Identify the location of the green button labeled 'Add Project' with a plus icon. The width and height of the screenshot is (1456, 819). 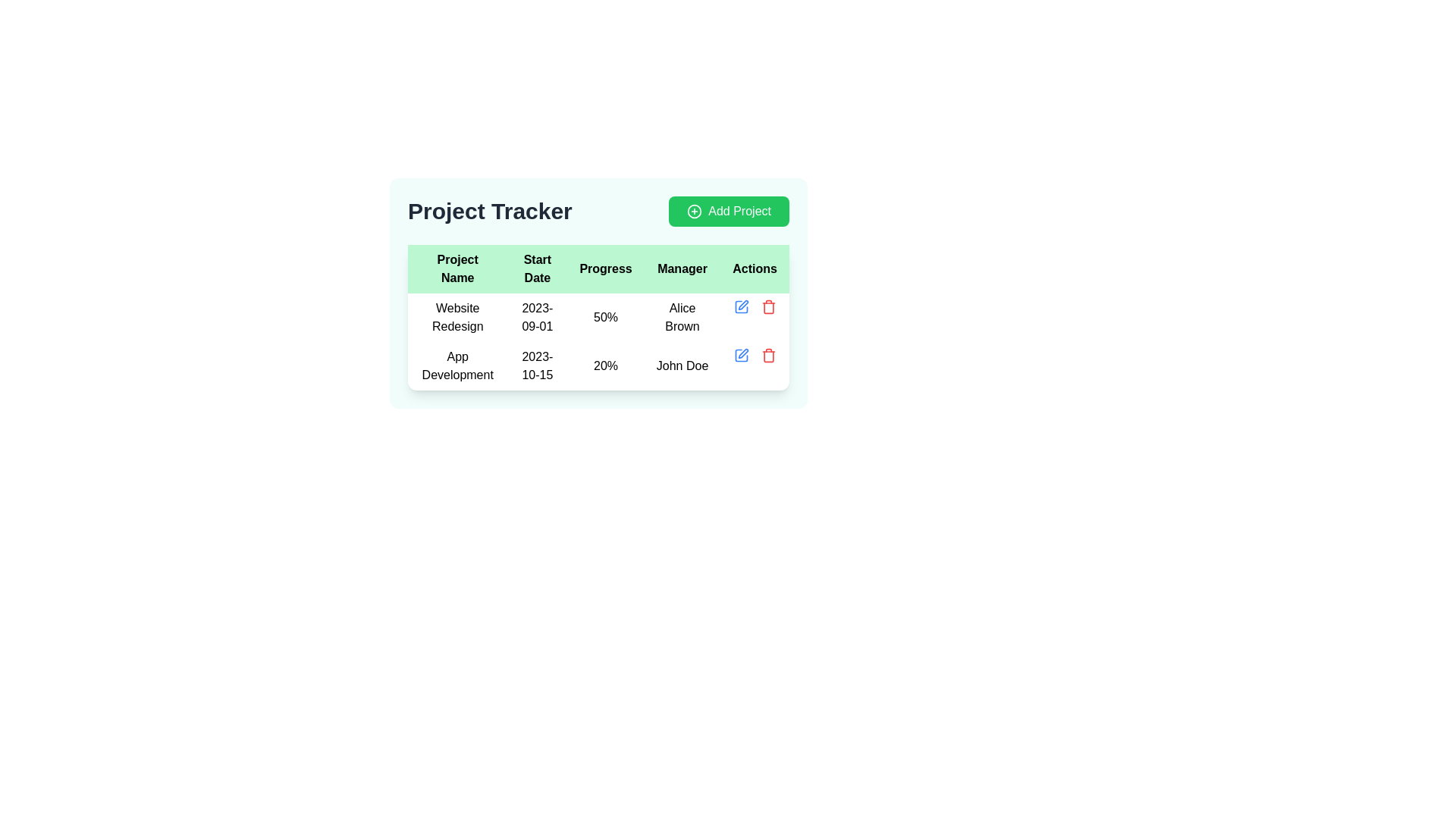
(729, 211).